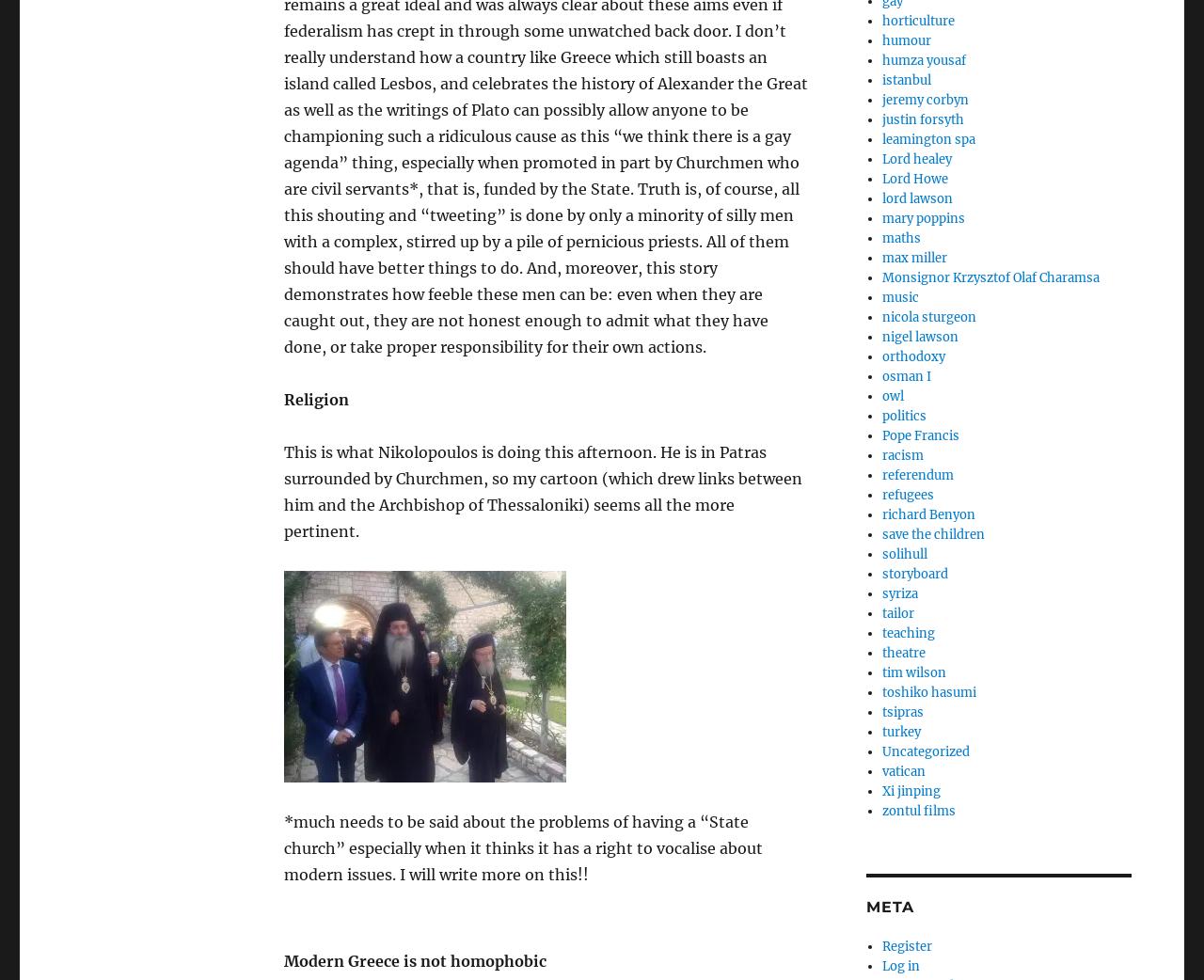  Describe the element at coordinates (928, 691) in the screenshot. I see `'toshiko hasumi'` at that location.